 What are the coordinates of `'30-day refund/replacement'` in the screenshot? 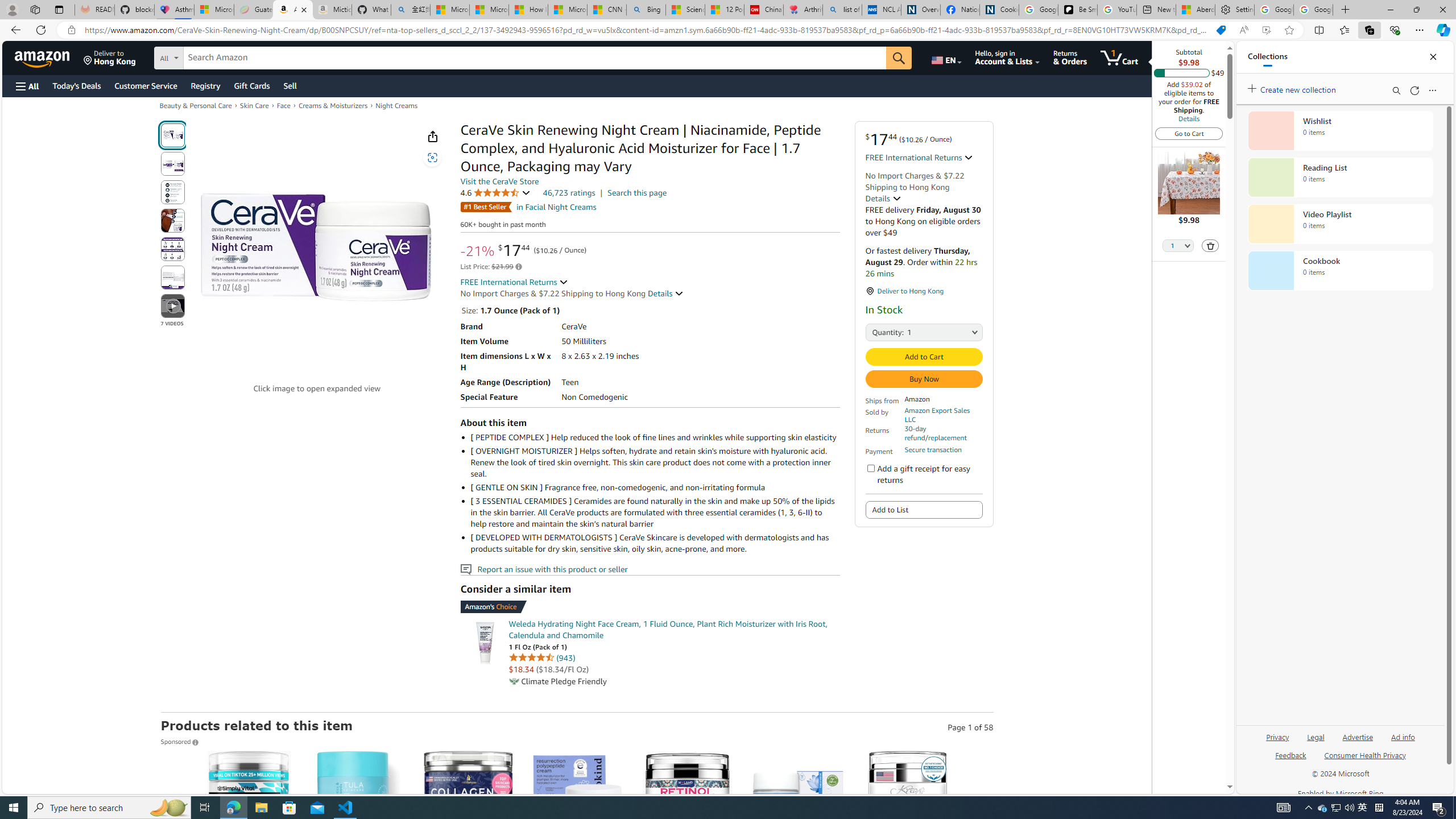 It's located at (943, 433).